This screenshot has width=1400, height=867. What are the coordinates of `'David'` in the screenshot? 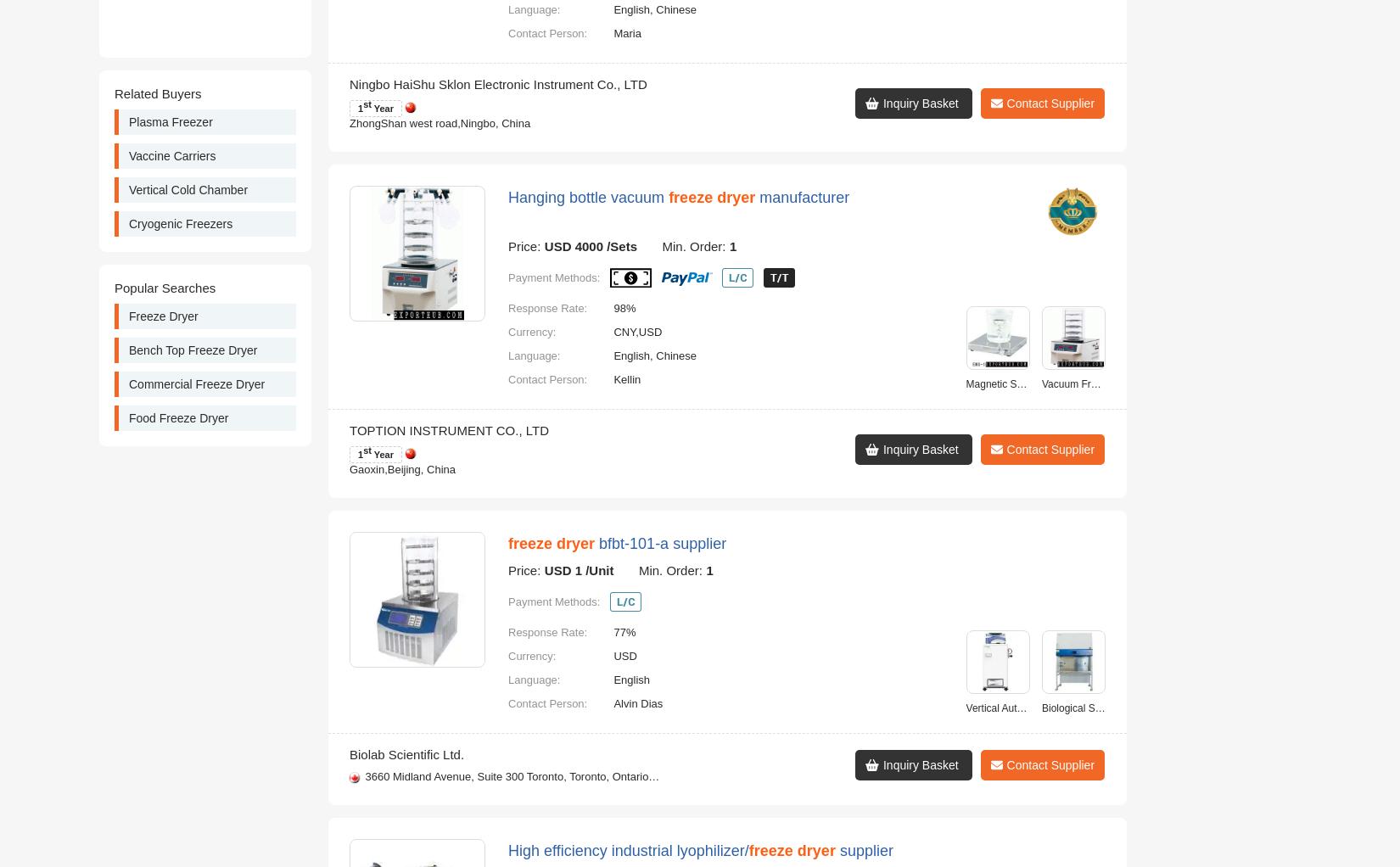 It's located at (626, 187).